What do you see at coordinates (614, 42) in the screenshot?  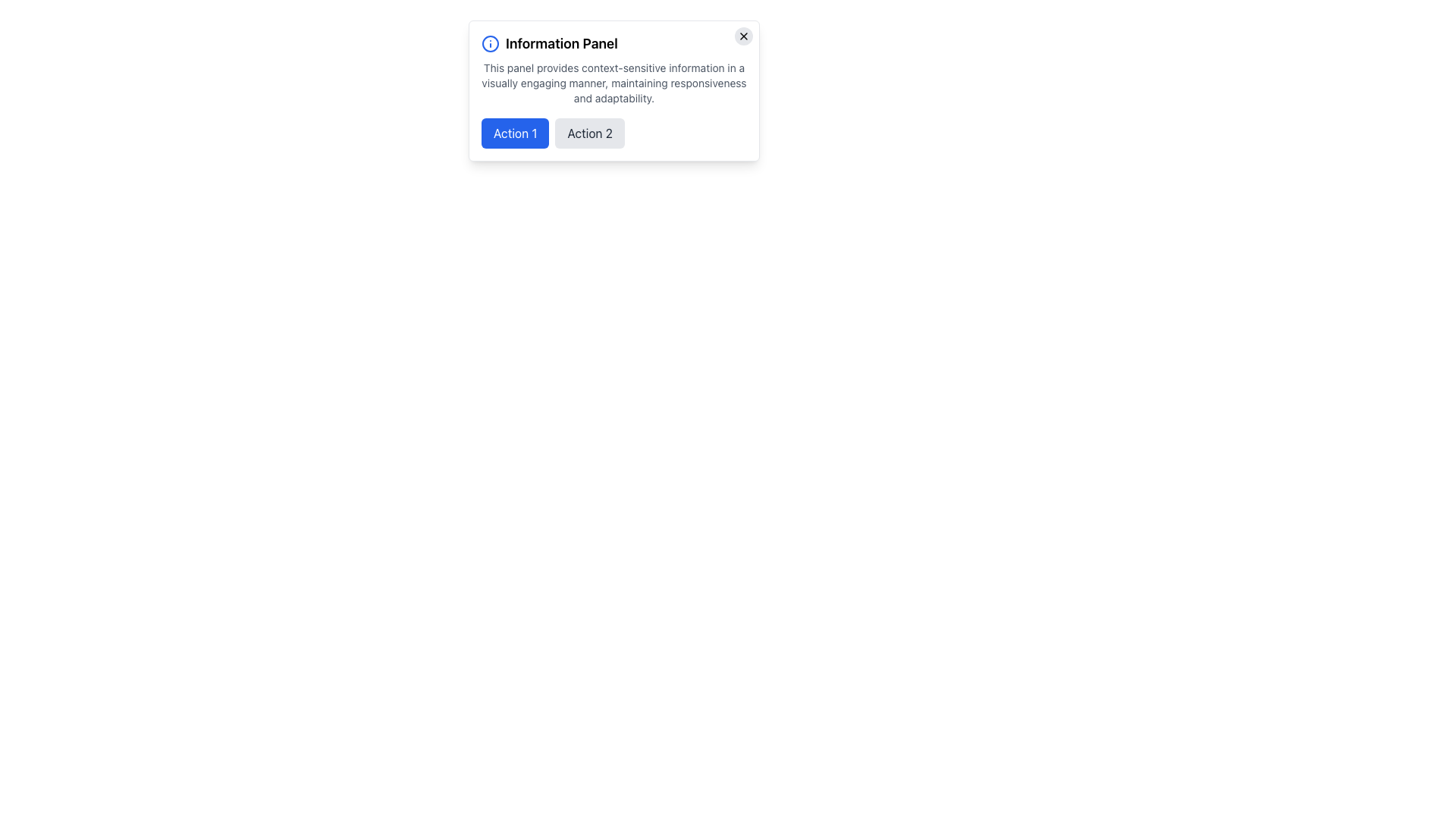 I see `the Label located at the top-center of the panel, which provides a title for the panel's content, positioned below the close button marked by an 'X' icon` at bounding box center [614, 42].